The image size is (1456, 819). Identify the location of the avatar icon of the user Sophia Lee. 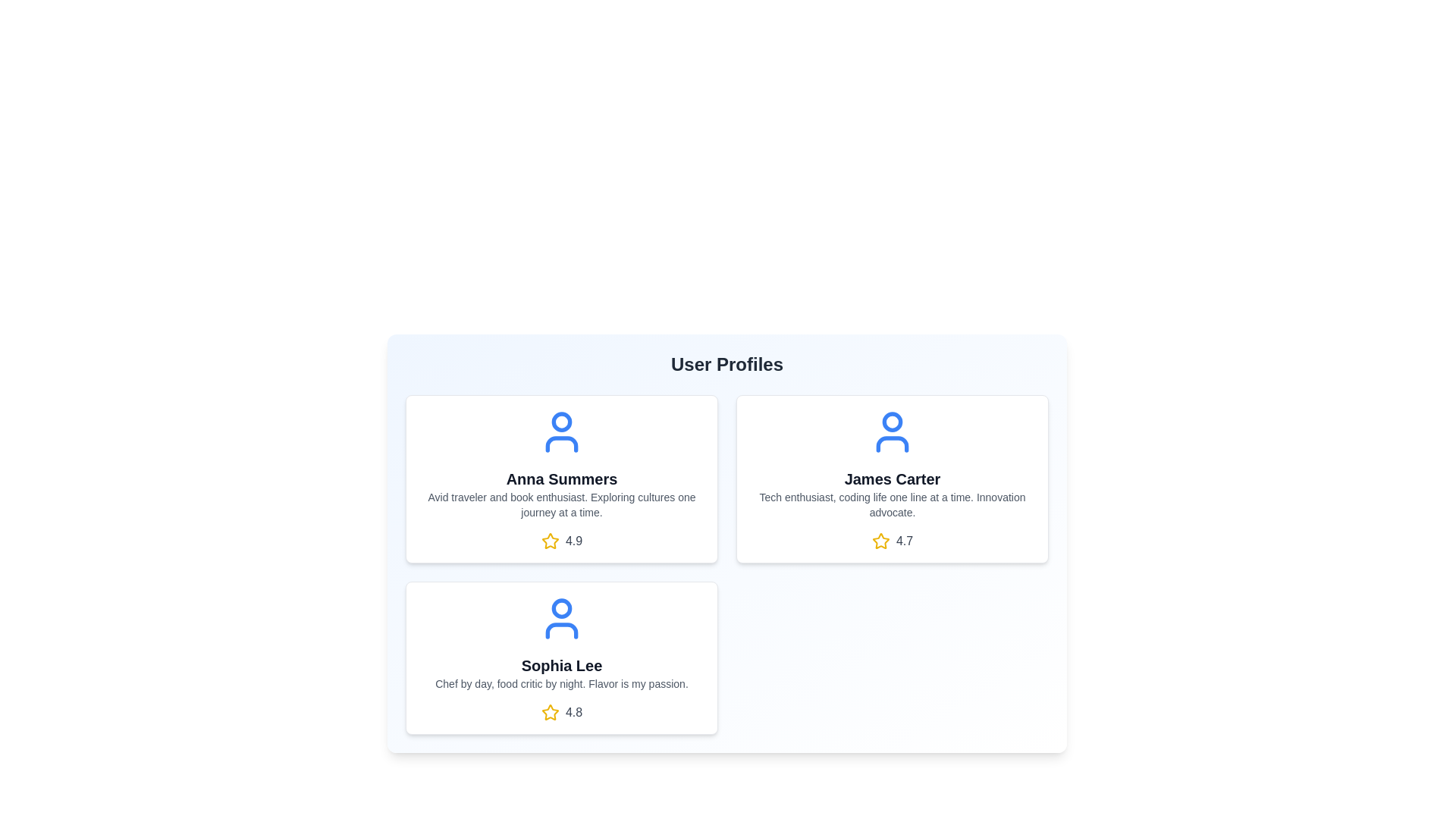
(560, 619).